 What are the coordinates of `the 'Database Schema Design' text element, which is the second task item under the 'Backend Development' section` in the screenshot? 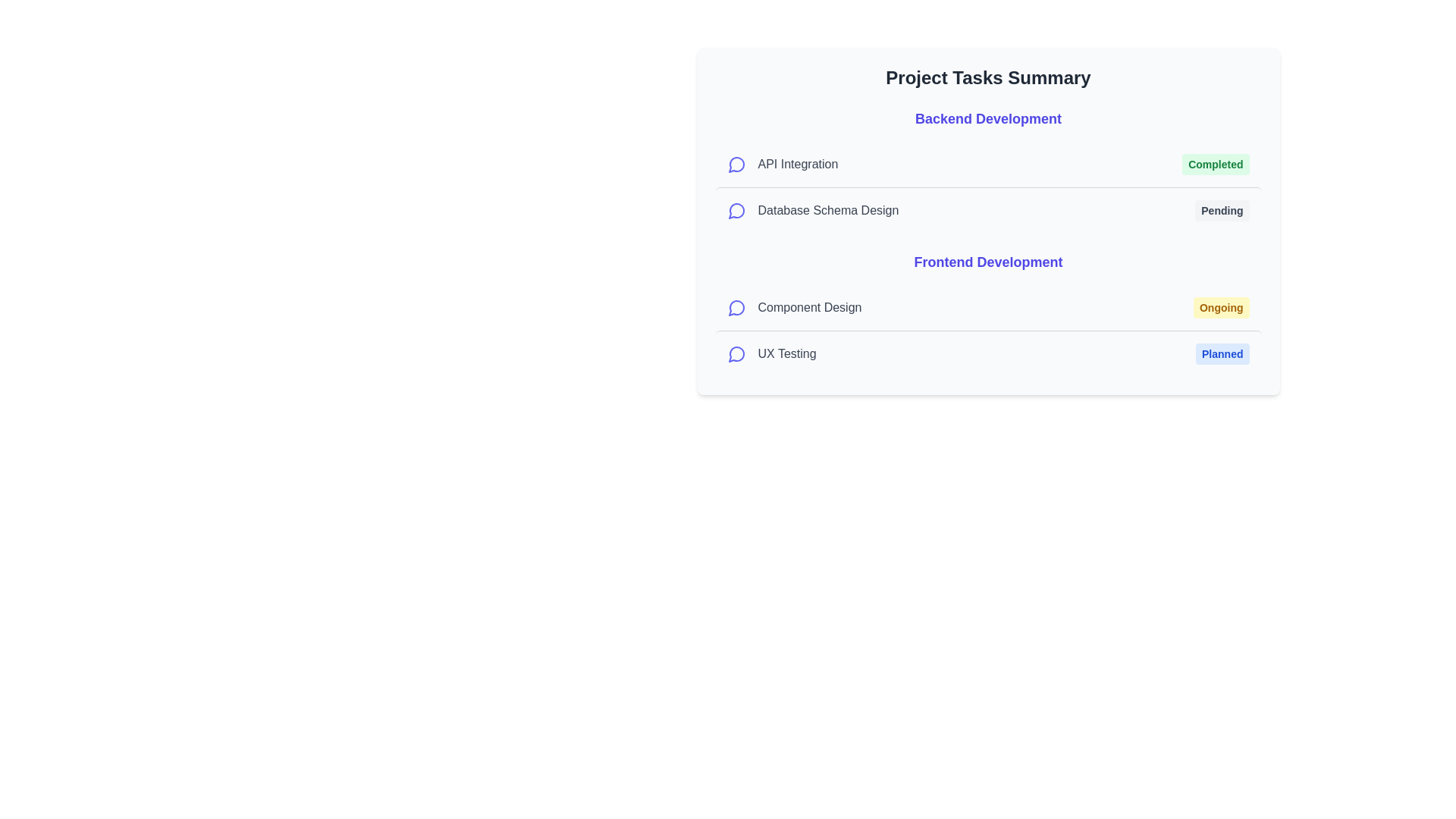 It's located at (811, 210).